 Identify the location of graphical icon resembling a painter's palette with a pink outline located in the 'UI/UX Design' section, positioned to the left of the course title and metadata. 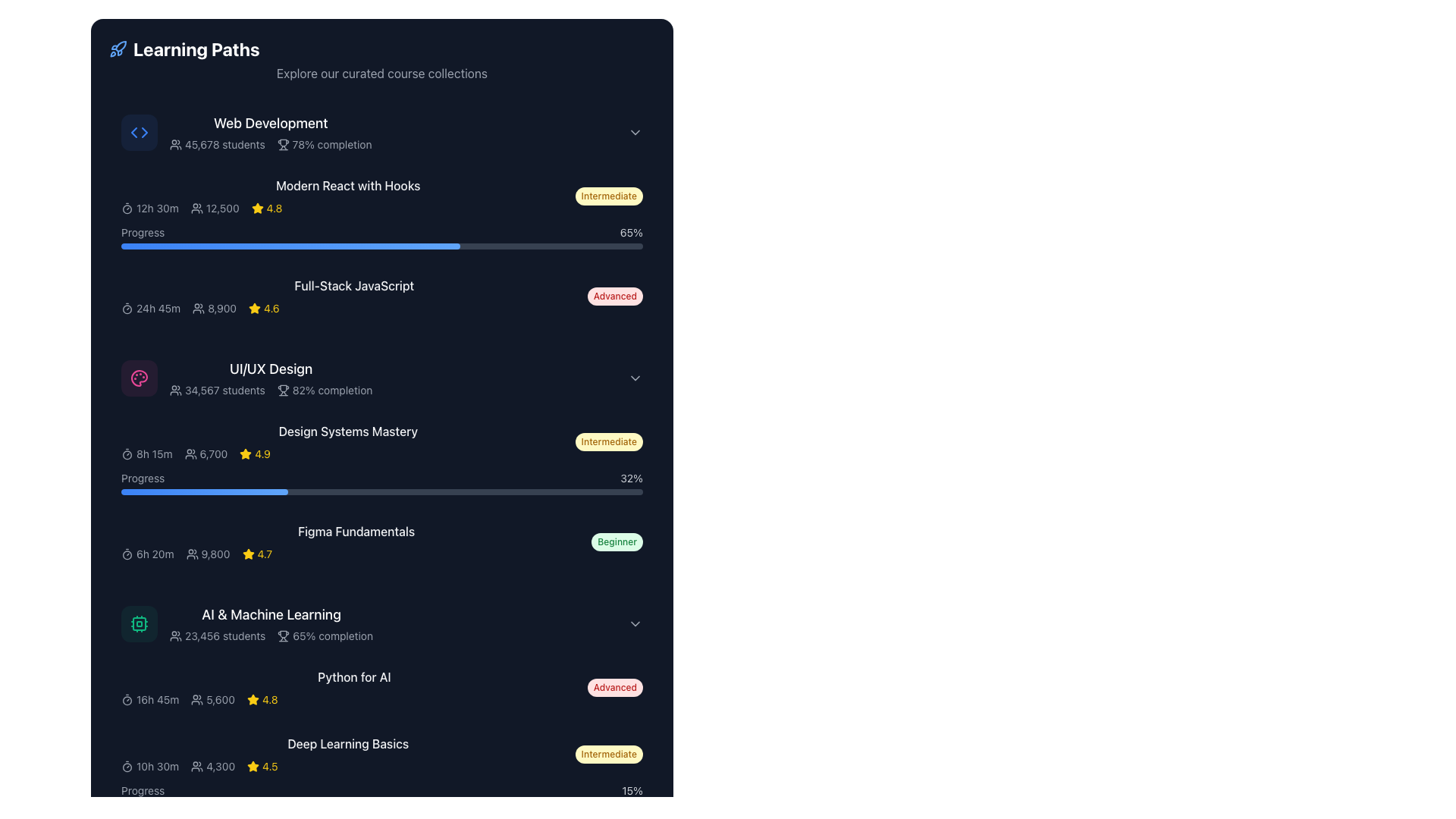
(139, 377).